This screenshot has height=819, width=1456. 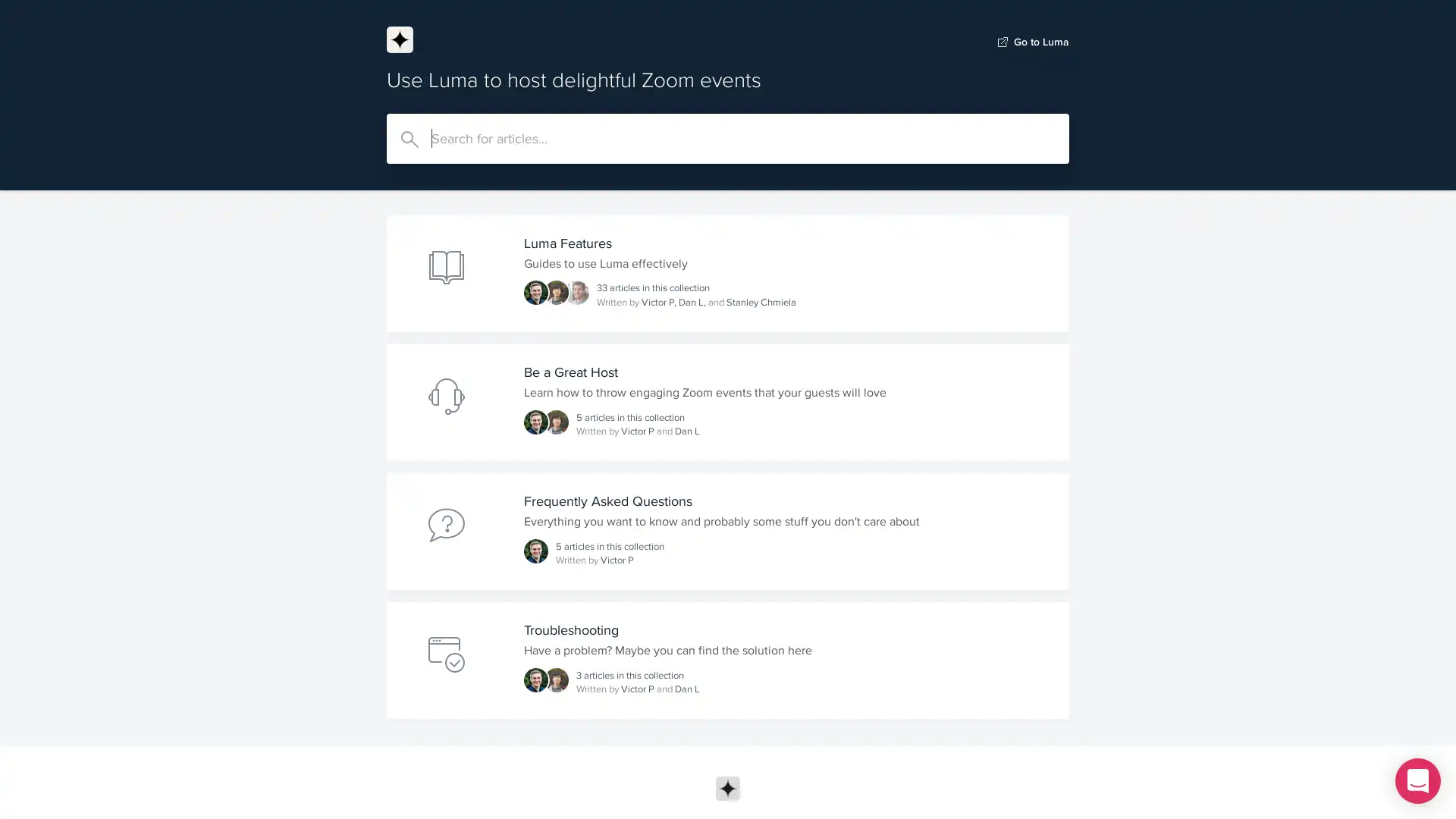 I want to click on Open Intercom Messenger, so click(x=1417, y=780).